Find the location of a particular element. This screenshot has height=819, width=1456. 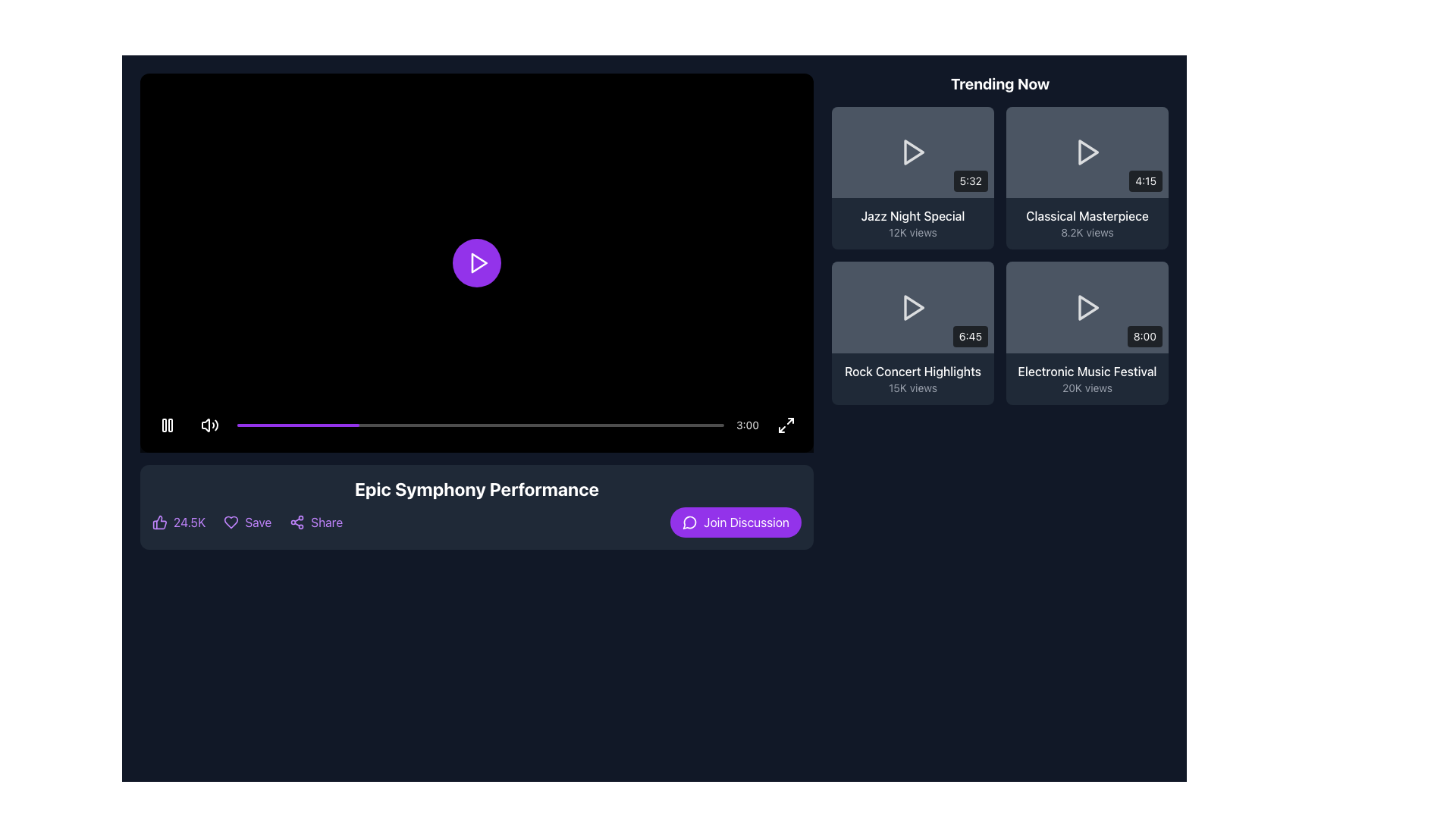

the time indicator on the Media Control Bar, which provides visual feedback on playback progress and is located at the bottom of the media player interface is located at coordinates (475, 424).